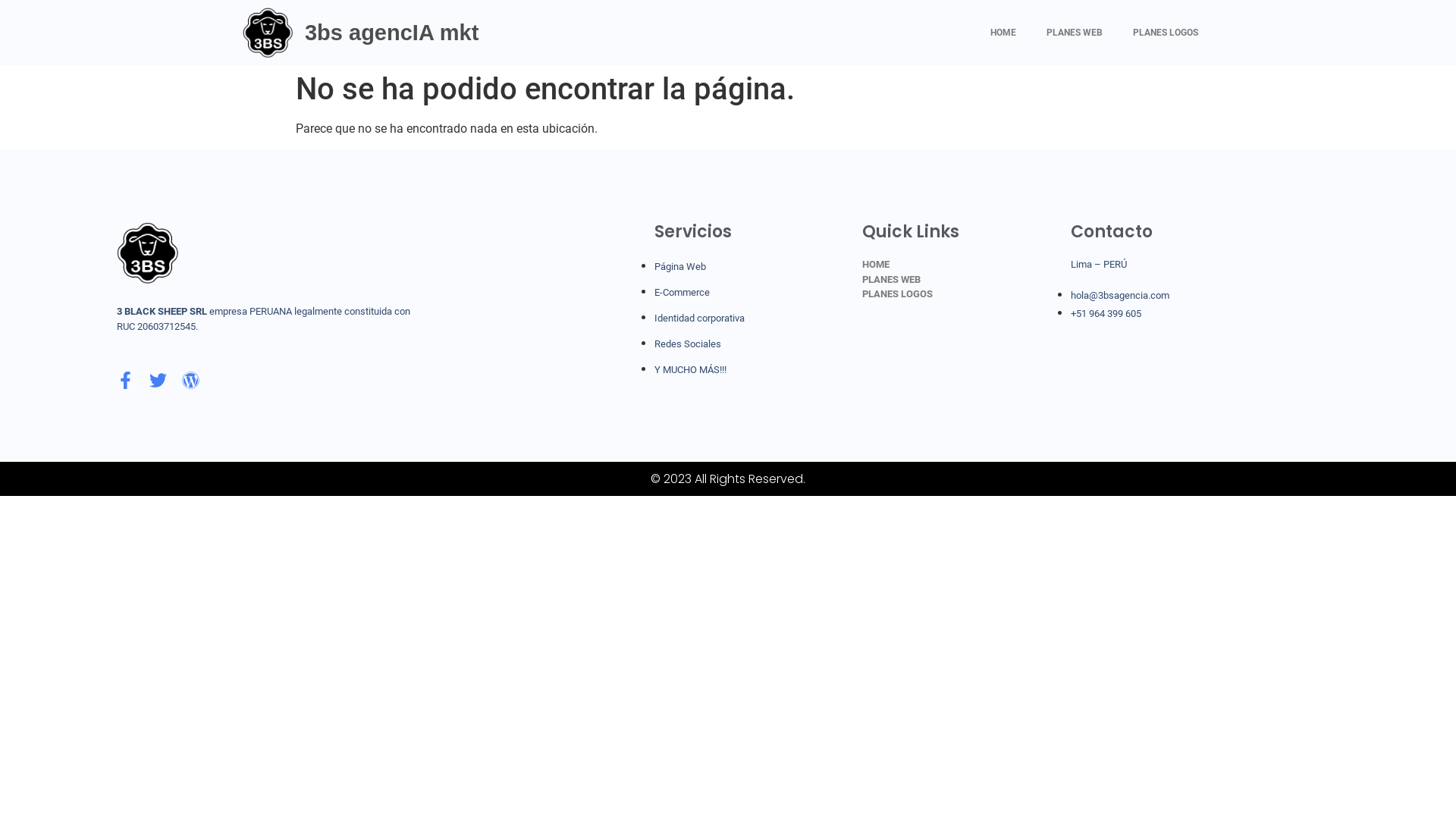 This screenshot has height=819, width=1456. Describe the element at coordinates (1120, 295) in the screenshot. I see `'hola@3bsagencia.com'` at that location.